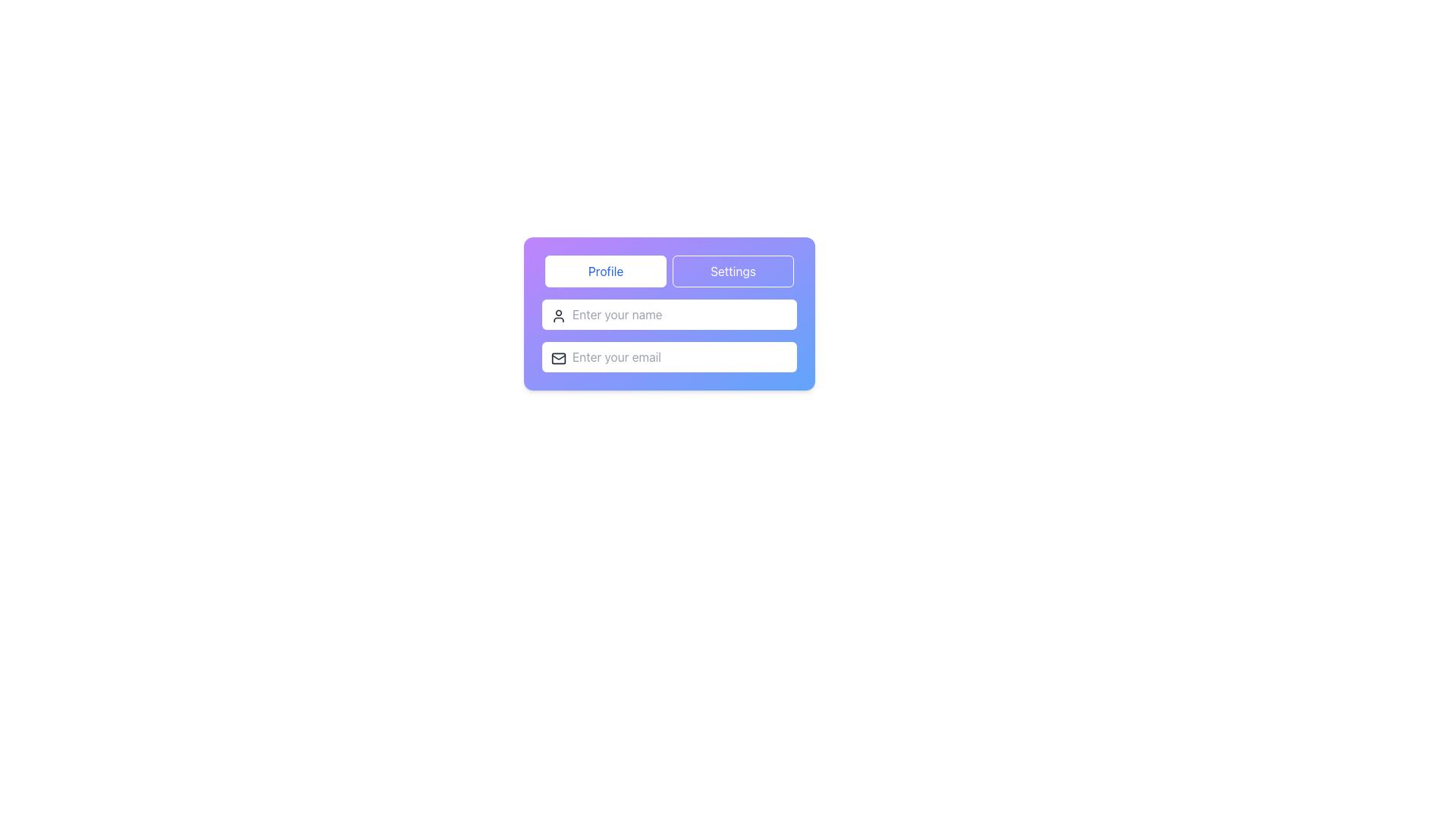  I want to click on the email input field, which is the second input field below the 'Enter your name' field, so click(669, 335).